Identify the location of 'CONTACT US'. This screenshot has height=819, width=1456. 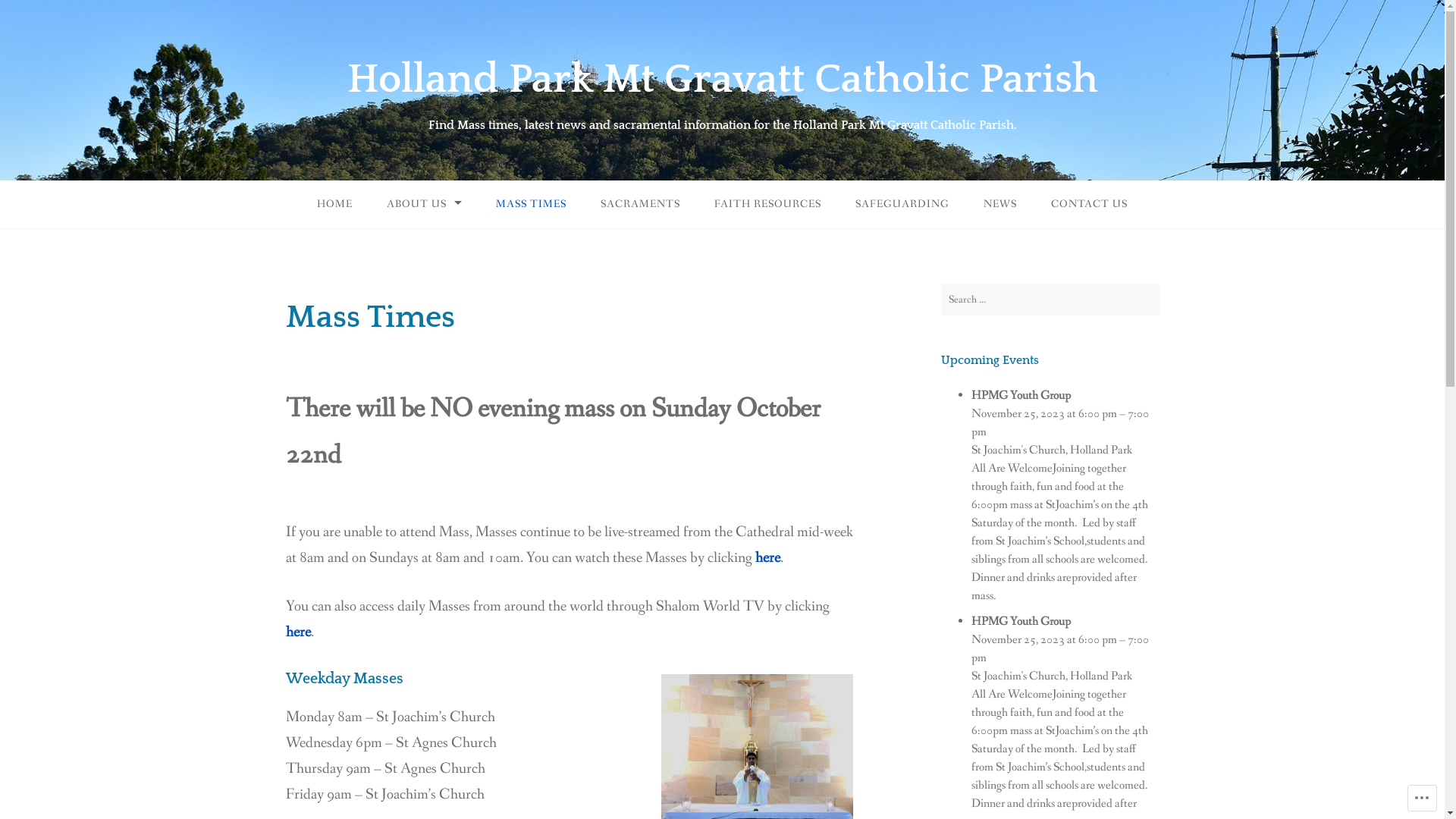
(1088, 203).